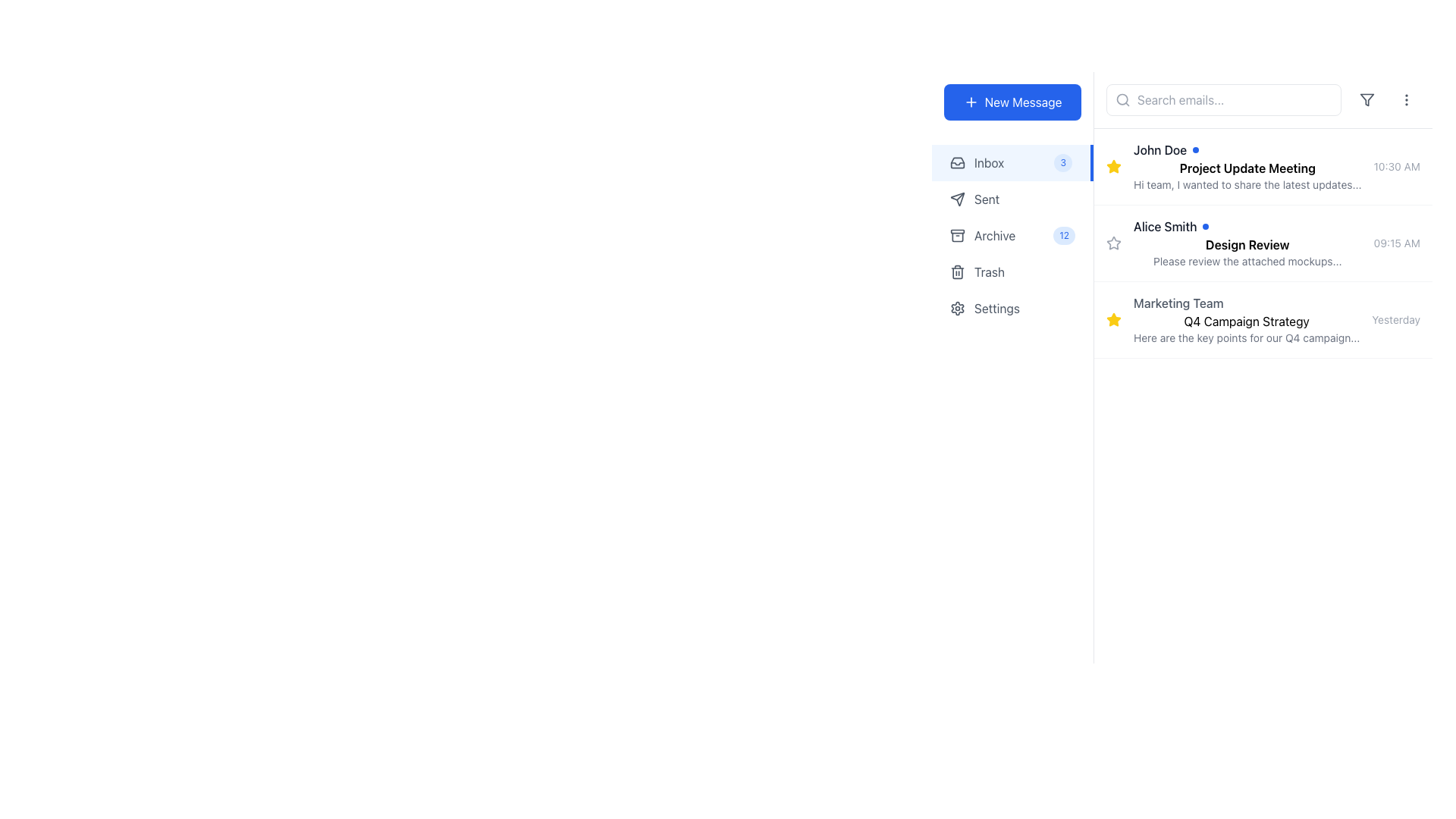 The width and height of the screenshot is (1456, 819). I want to click on the visual appearance of the 'Inbox' icon located in the navigation menu, which is the first item in the list of navigation options, so click(956, 163).